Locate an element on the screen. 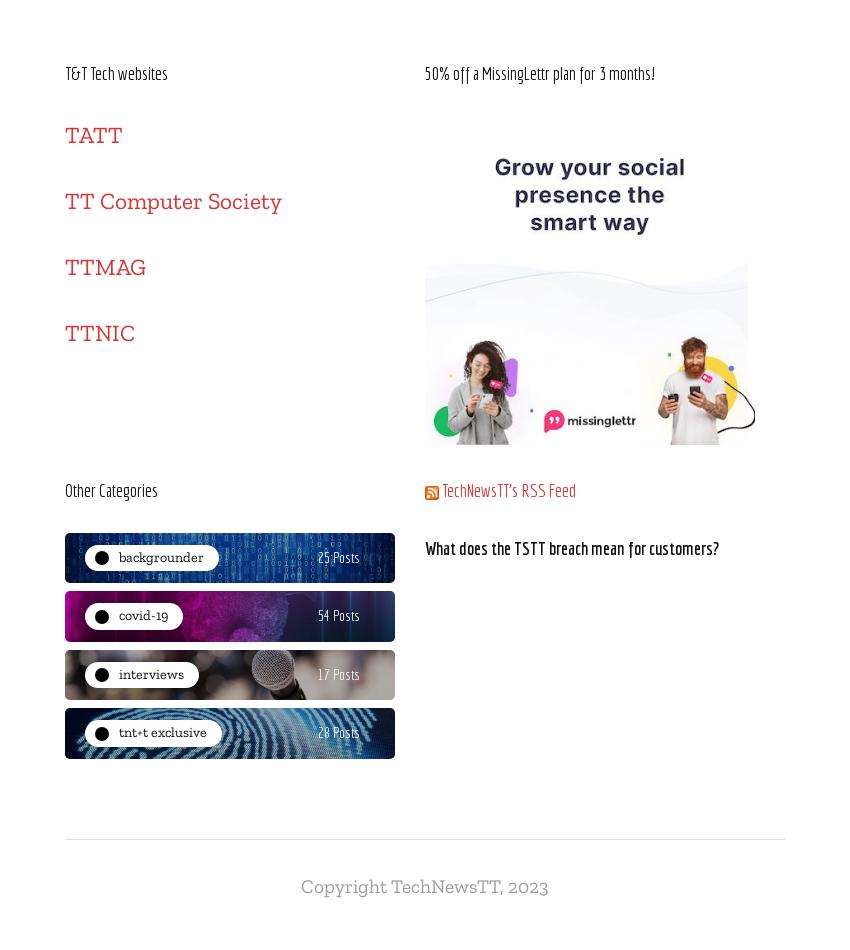 The width and height of the screenshot is (850, 950). 'TTNIC' is located at coordinates (98, 331).